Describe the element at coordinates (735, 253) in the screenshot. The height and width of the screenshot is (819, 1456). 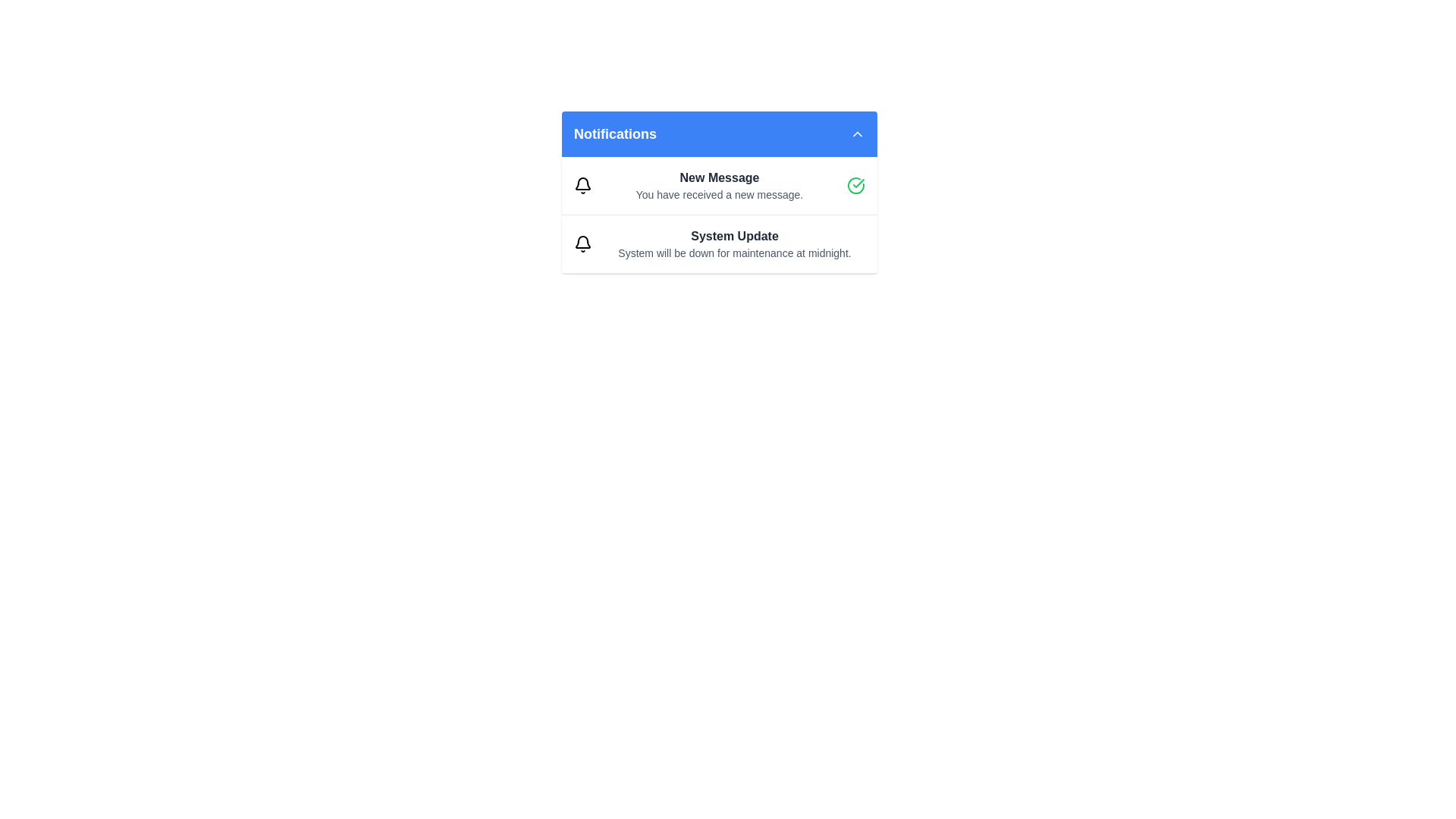
I see `informational message located directly below the bold text 'System Update' in the notifications panel` at that location.